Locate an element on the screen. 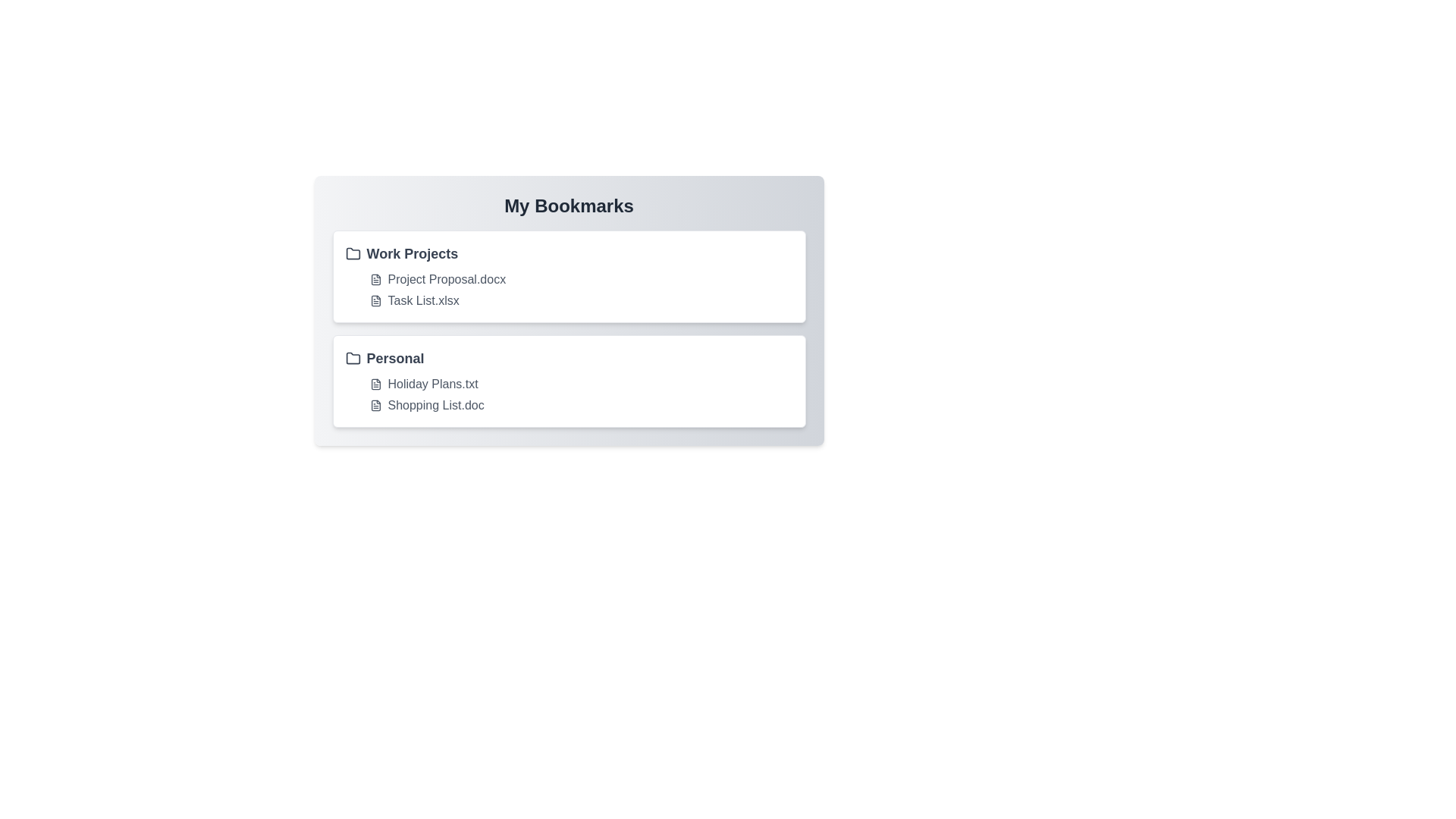 The width and height of the screenshot is (1456, 819). the text label displaying 'Holiday Plans.txt' is located at coordinates (432, 383).